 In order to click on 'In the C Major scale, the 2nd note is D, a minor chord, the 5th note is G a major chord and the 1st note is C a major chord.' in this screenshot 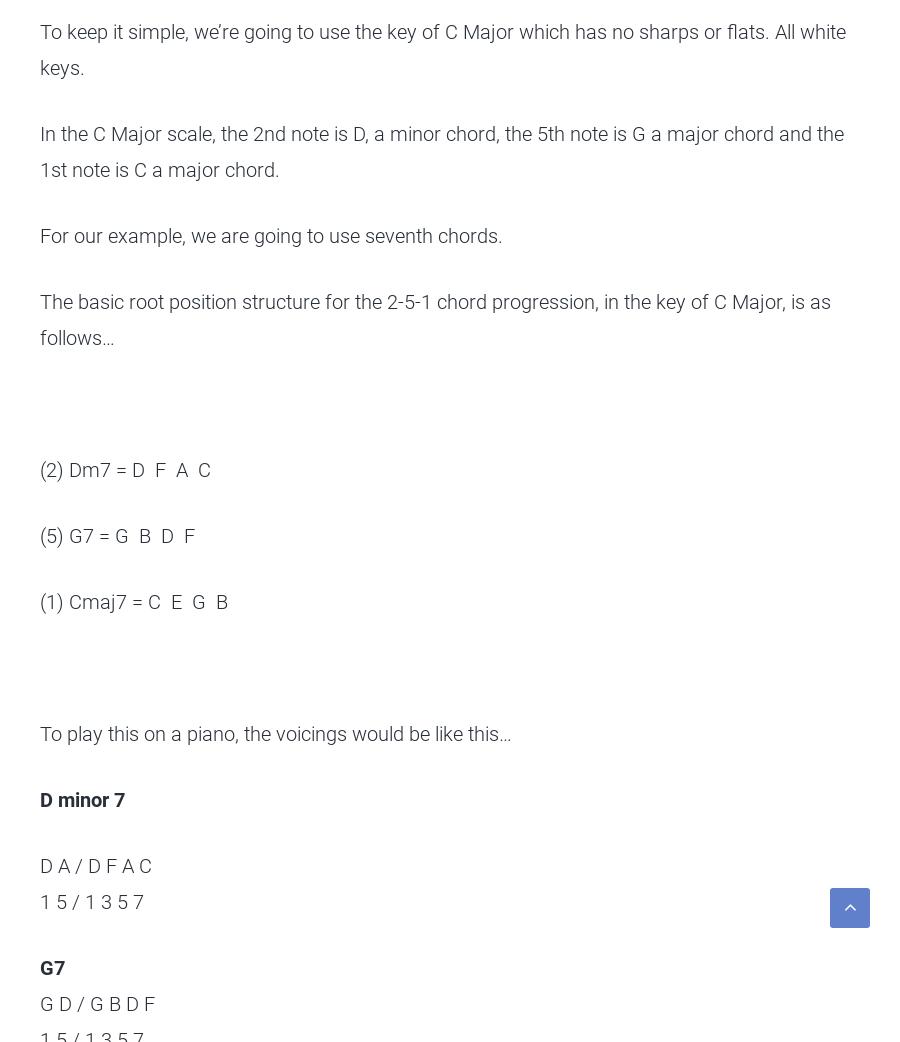, I will do `click(441, 152)`.